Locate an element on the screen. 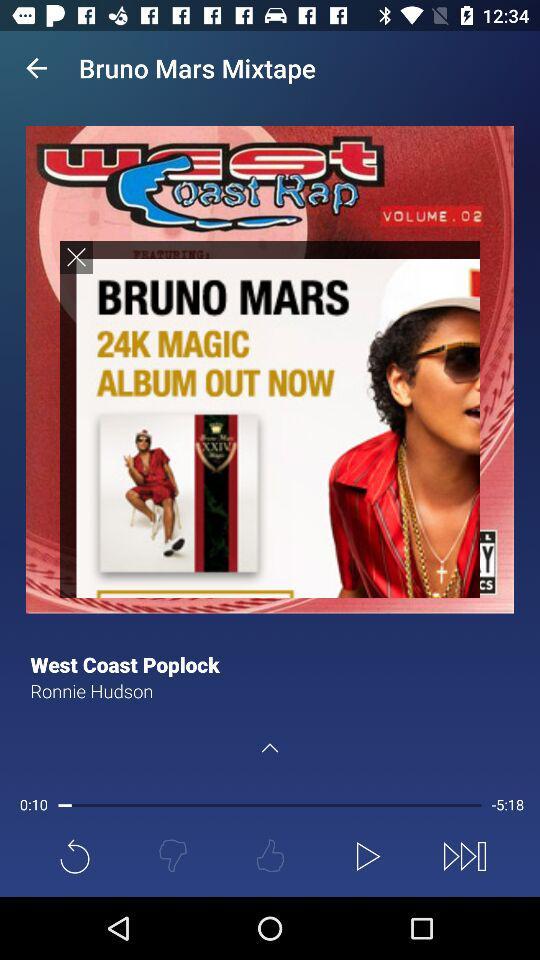 Image resolution: width=540 pixels, height=960 pixels. the thumbs_down icon is located at coordinates (172, 855).